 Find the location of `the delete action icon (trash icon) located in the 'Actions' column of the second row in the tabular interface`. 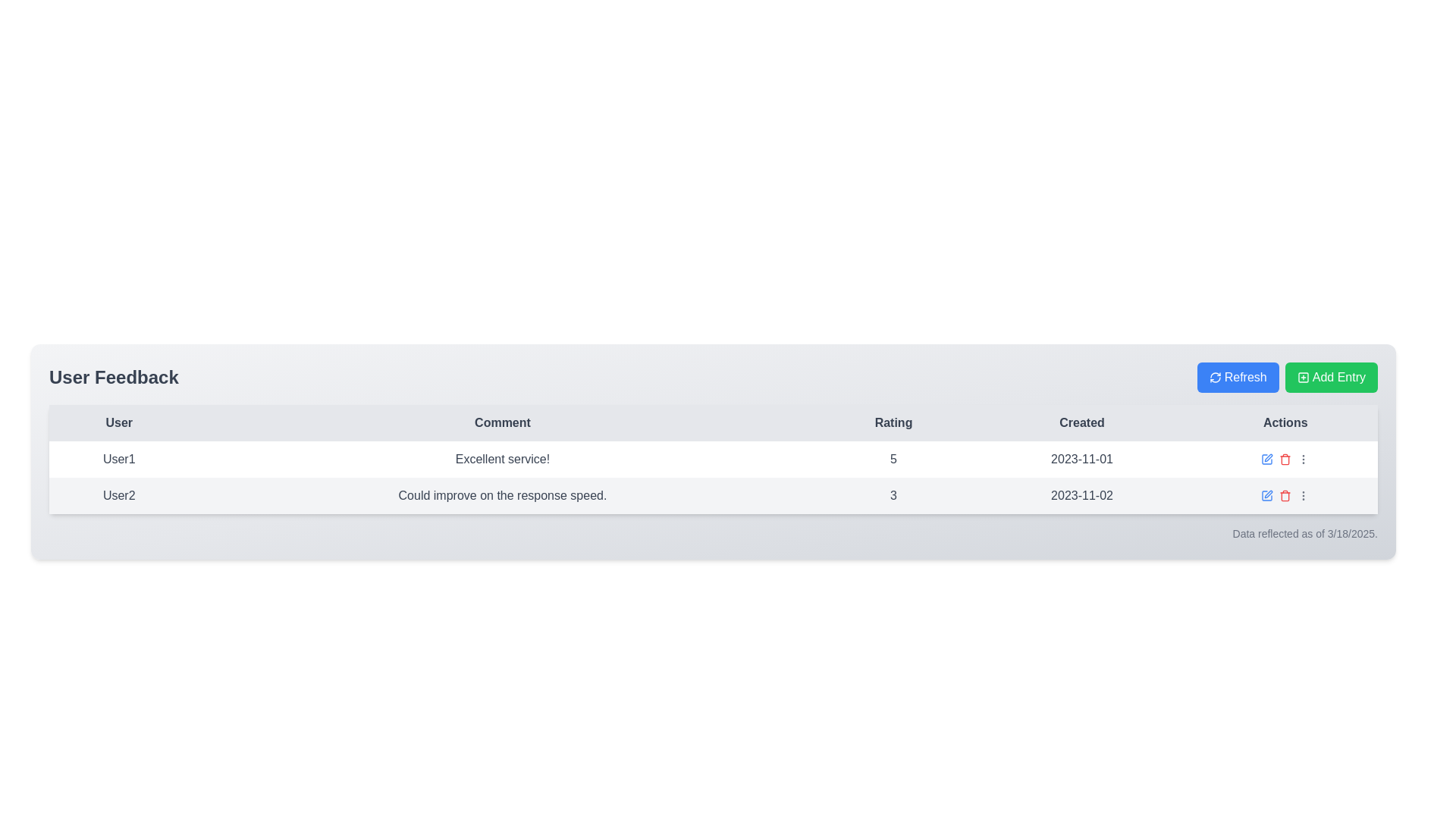

the delete action icon (trash icon) located in the 'Actions' column of the second row in the tabular interface is located at coordinates (1284, 496).